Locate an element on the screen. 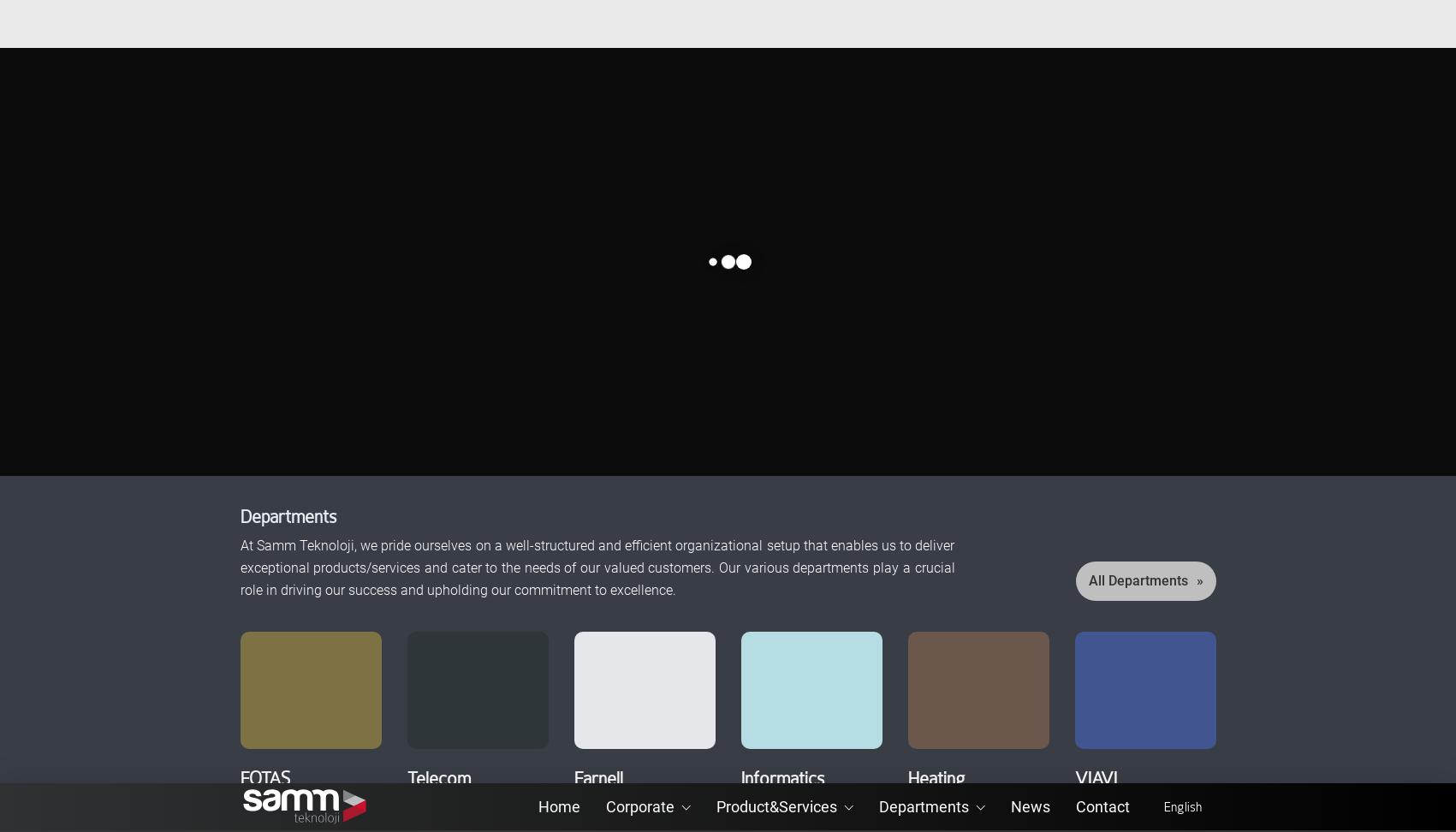 The image size is (1456, 832). 'Though our impact is felt worldwide, we maintain a personalized approach to cater to your unique requirements, providing dedicated support at every step.' is located at coordinates (1034, 669).